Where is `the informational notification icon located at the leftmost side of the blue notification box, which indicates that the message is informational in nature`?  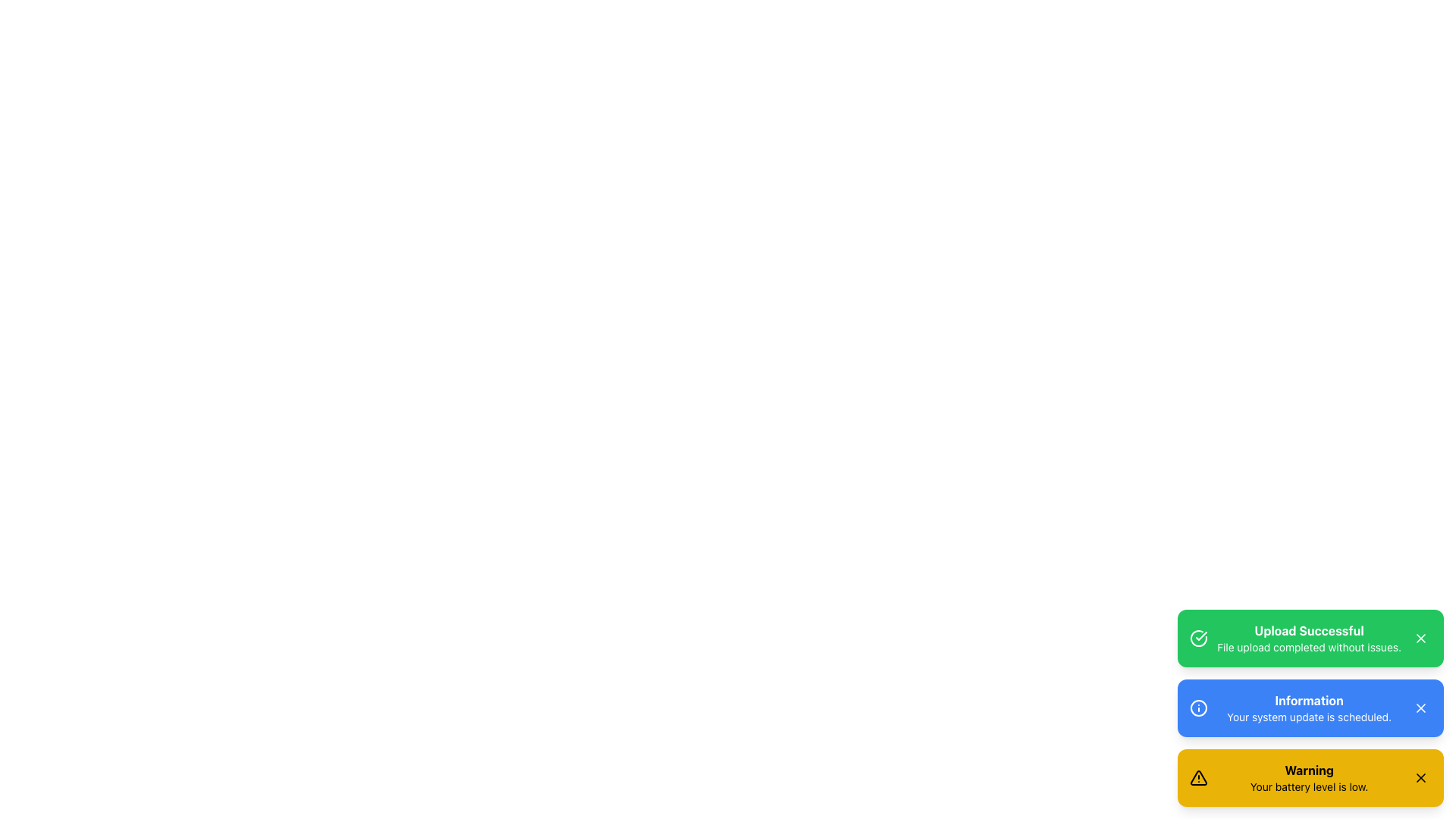 the informational notification icon located at the leftmost side of the blue notification box, which indicates that the message is informational in nature is located at coordinates (1198, 708).